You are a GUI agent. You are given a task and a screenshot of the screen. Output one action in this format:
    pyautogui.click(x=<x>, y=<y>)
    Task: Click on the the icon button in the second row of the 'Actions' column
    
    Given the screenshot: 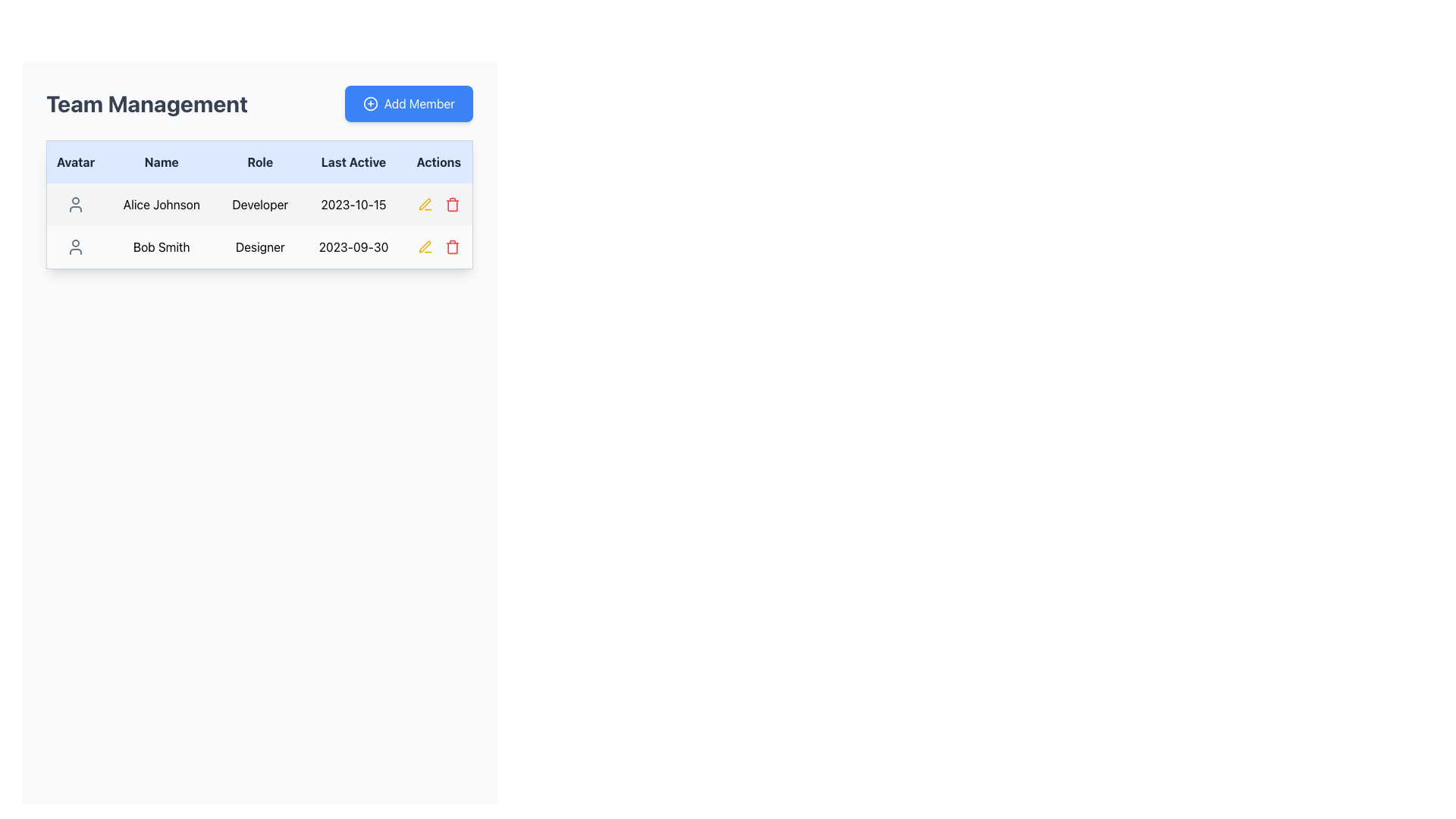 What is the action you would take?
    pyautogui.click(x=425, y=205)
    